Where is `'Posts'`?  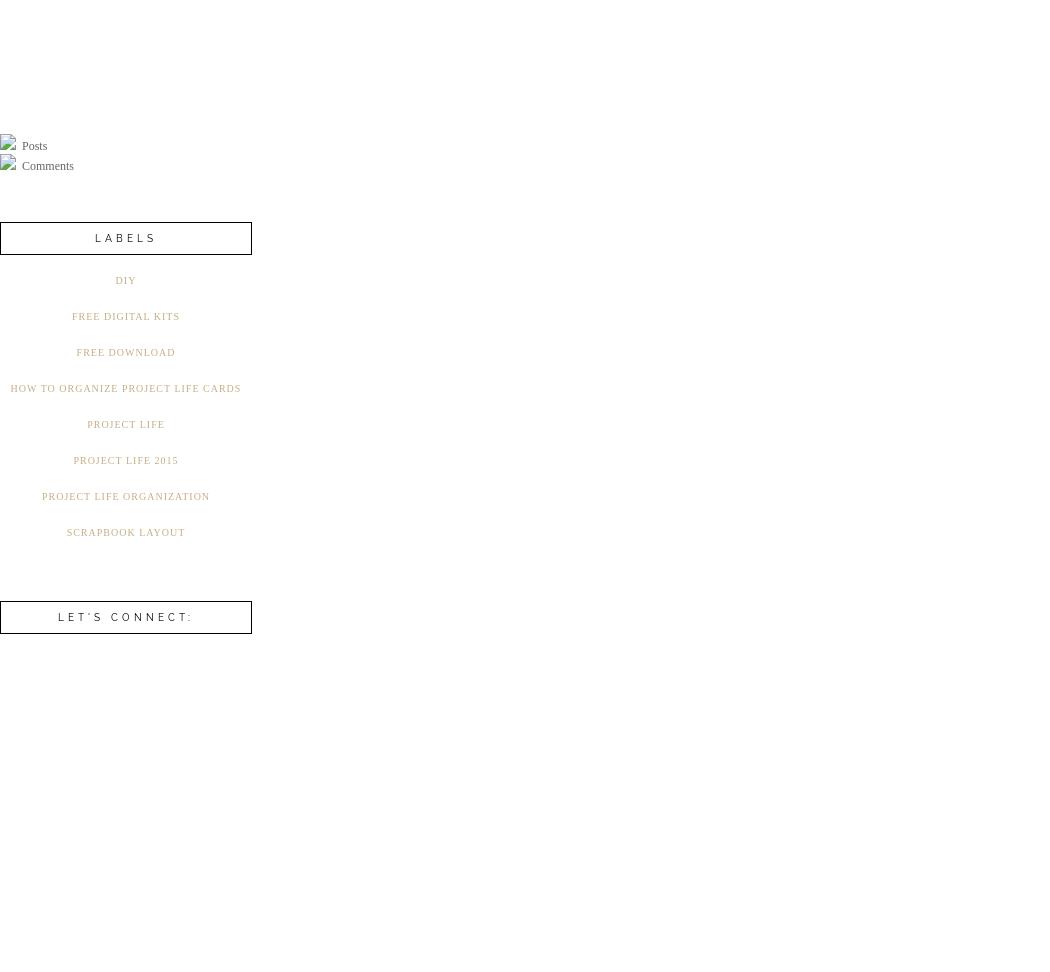 'Posts' is located at coordinates (32, 145).